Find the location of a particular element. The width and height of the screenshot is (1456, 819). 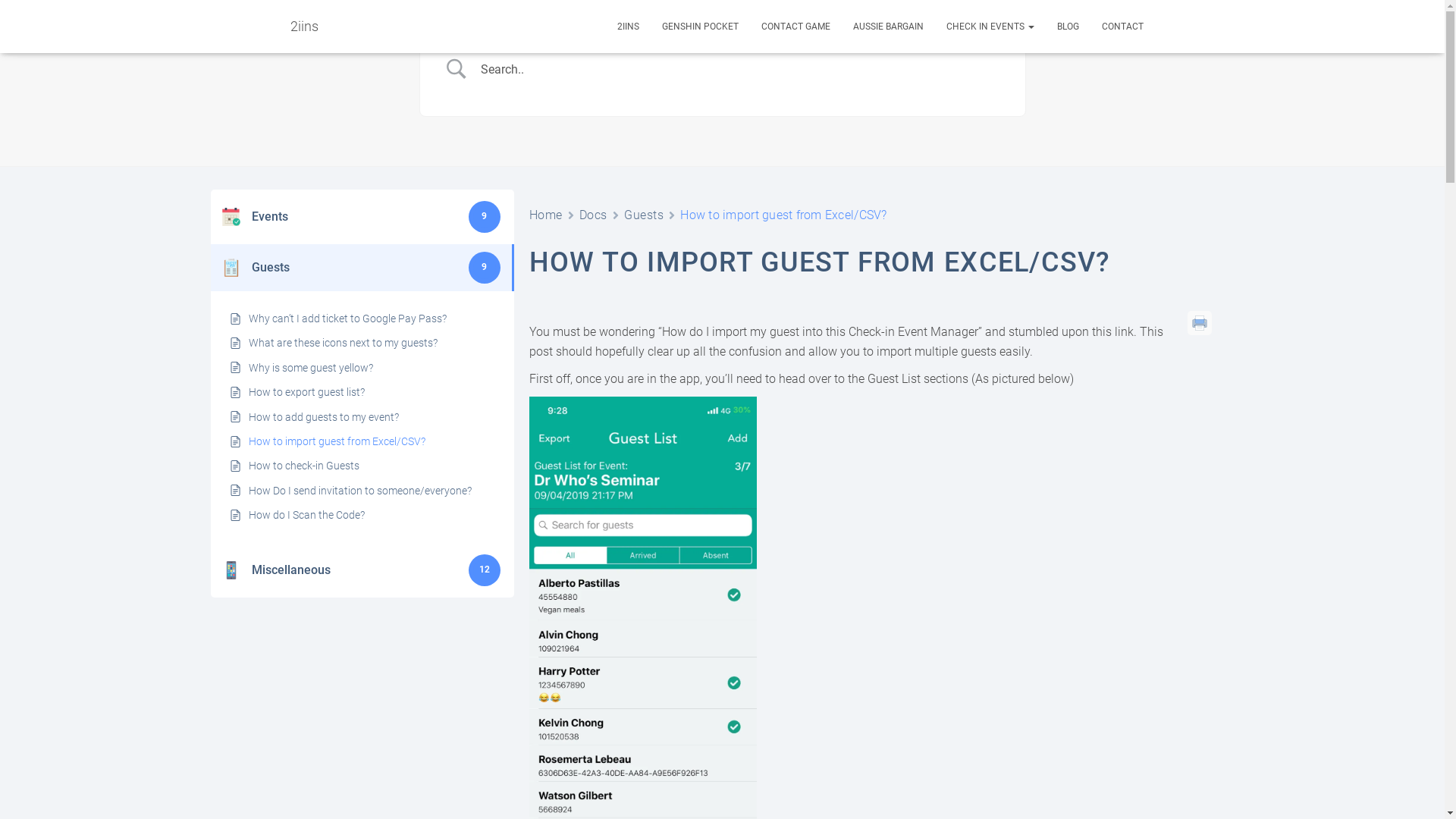

'2IINS' is located at coordinates (627, 26).